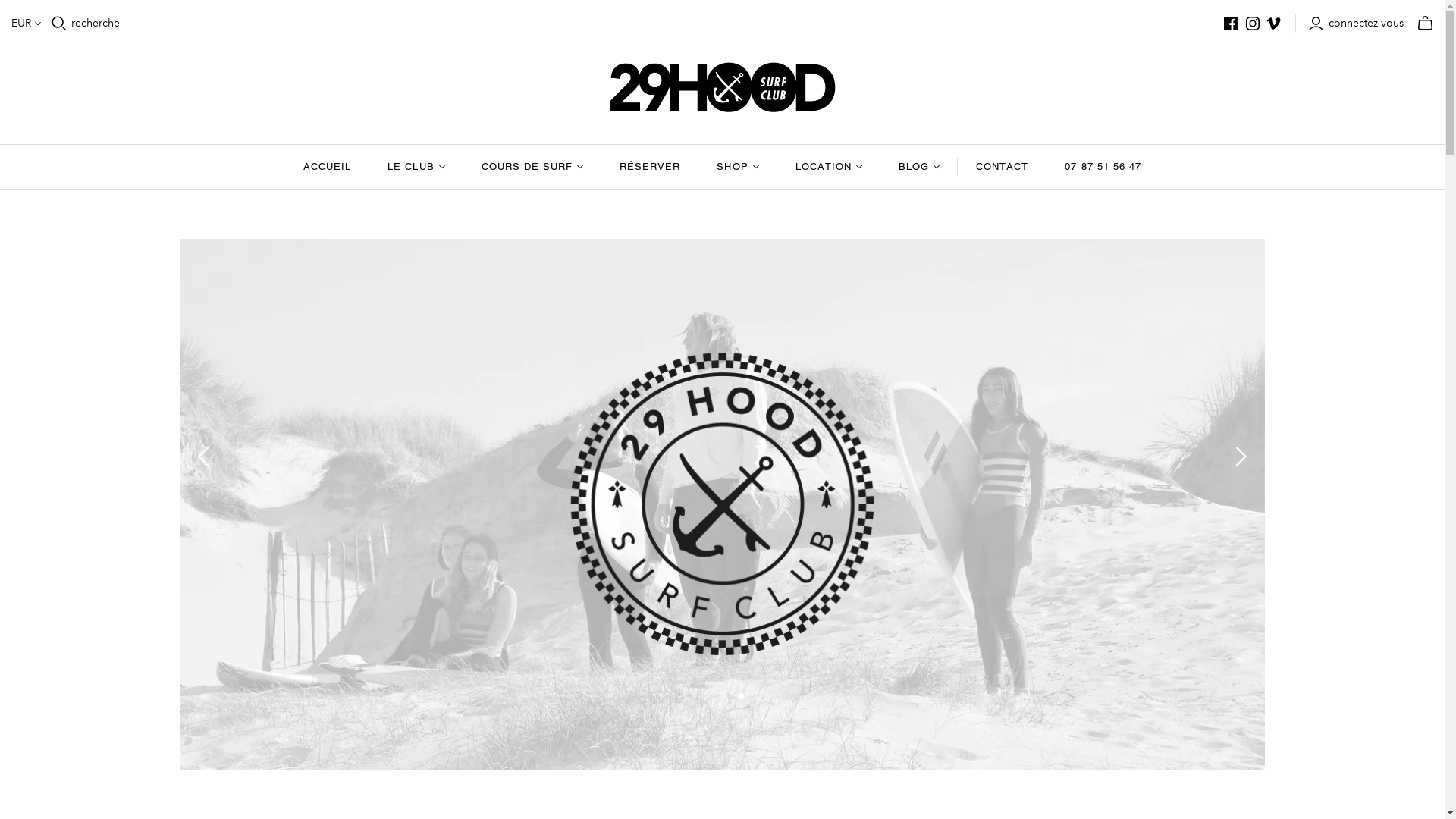 The width and height of the screenshot is (1456, 819). Describe the element at coordinates (326, 166) in the screenshot. I see `'ACCUEIL'` at that location.